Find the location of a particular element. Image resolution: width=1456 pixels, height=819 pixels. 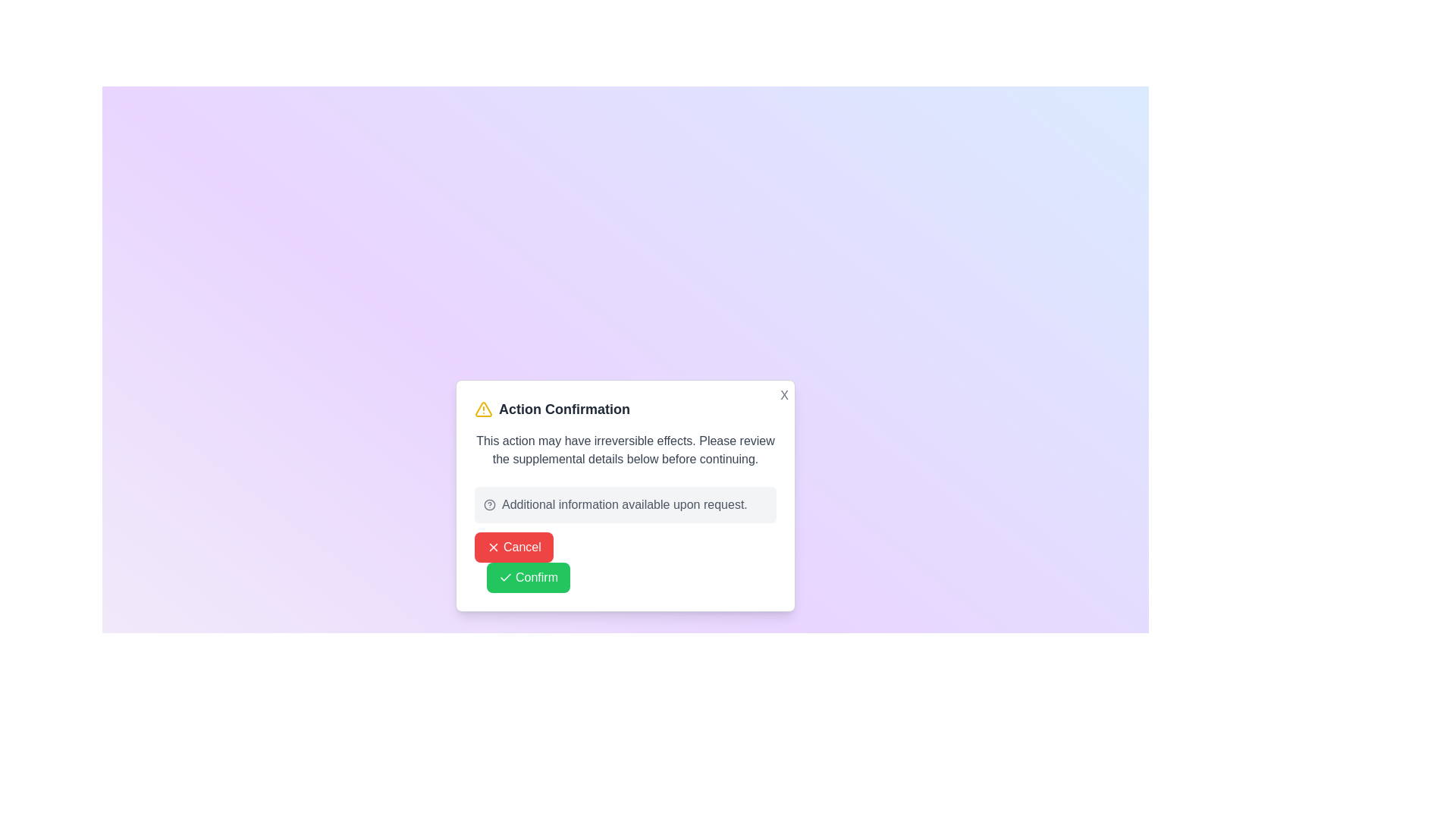

the text label displaying 'Action Confirmation' in bold, dark gray font, which is part of a warning section in the modal dialog box is located at coordinates (563, 409).